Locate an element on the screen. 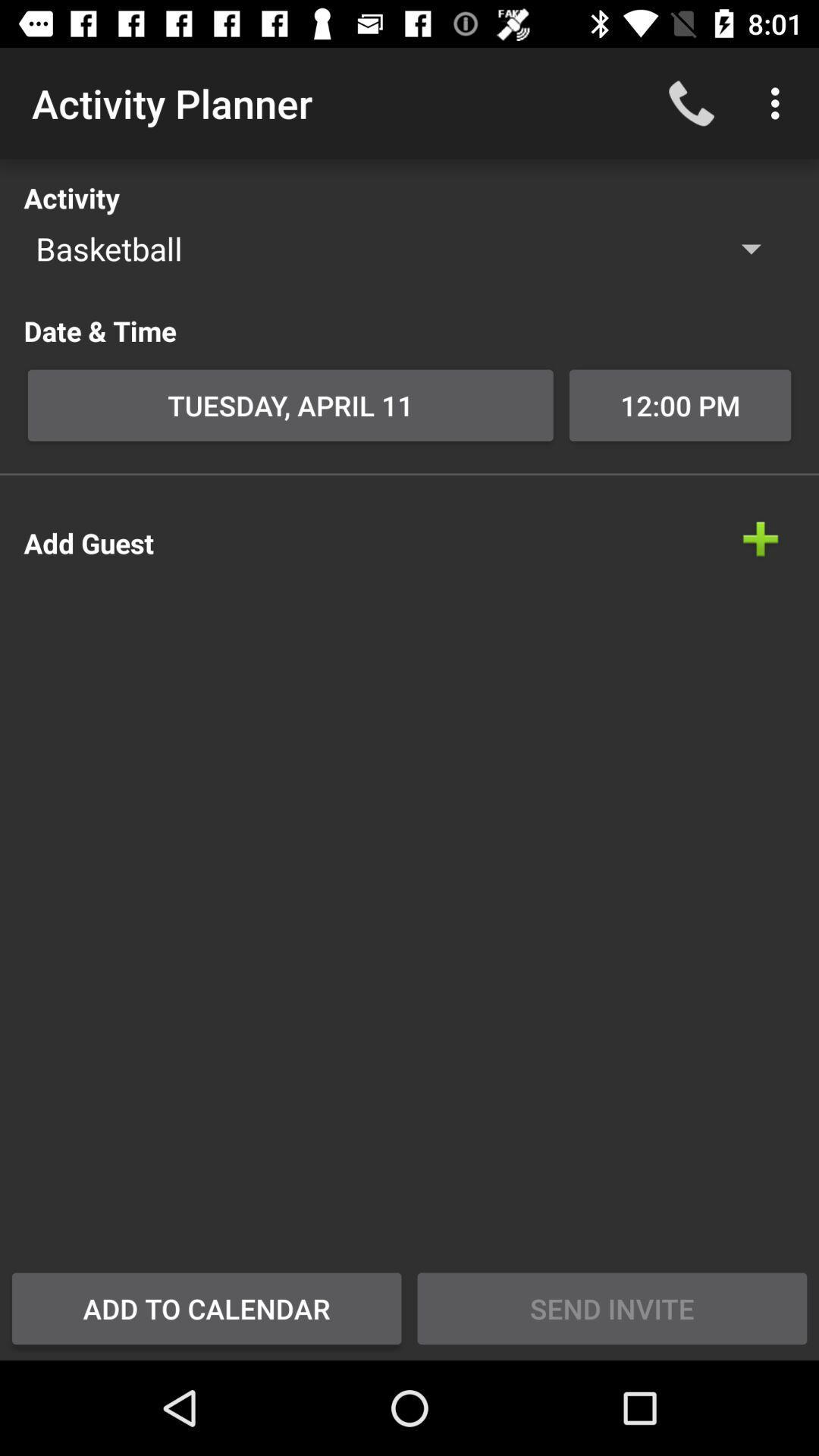  the item next to tuesday, april 11 icon is located at coordinates (679, 405).